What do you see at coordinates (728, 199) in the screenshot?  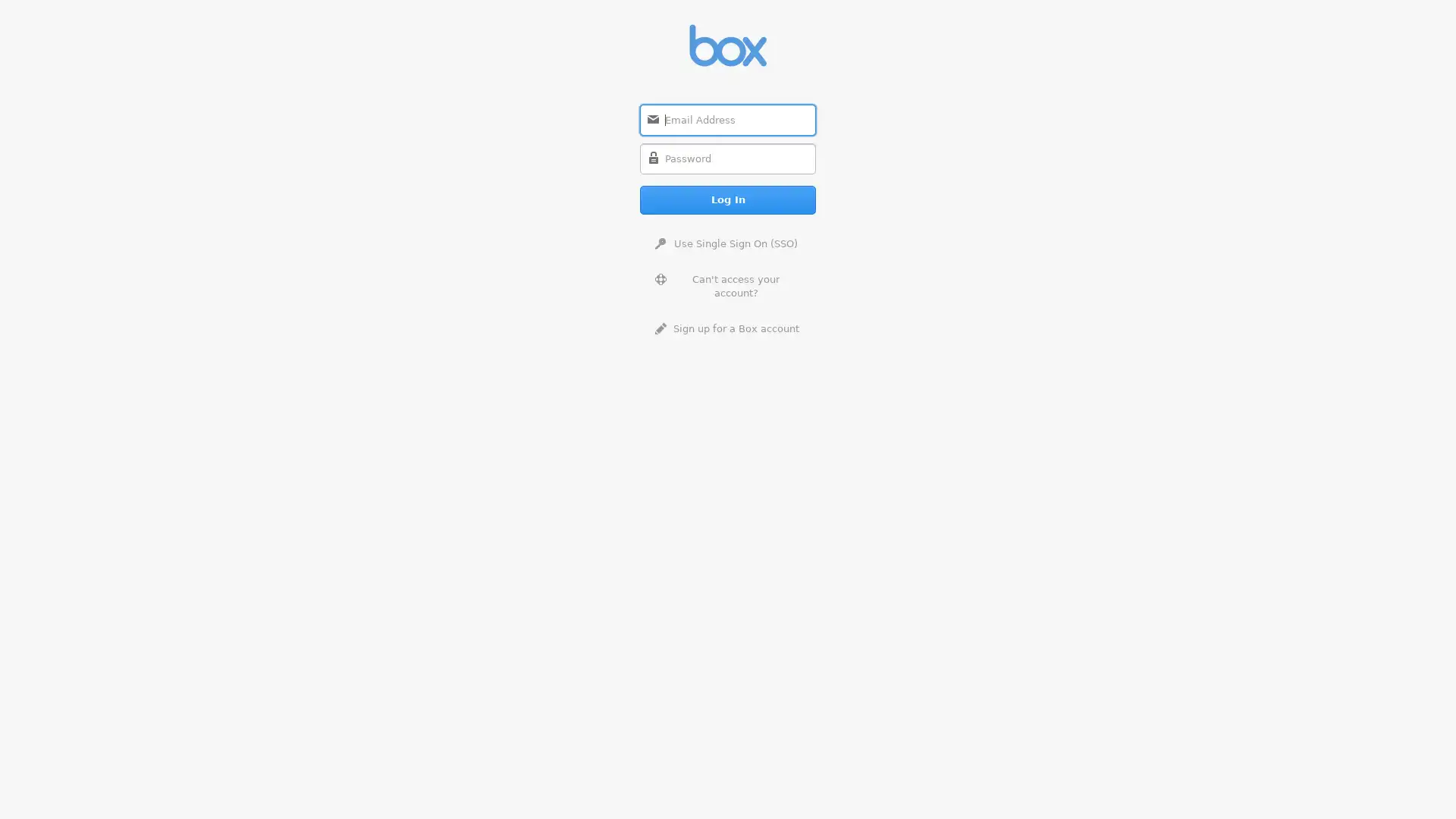 I see `Log In` at bounding box center [728, 199].